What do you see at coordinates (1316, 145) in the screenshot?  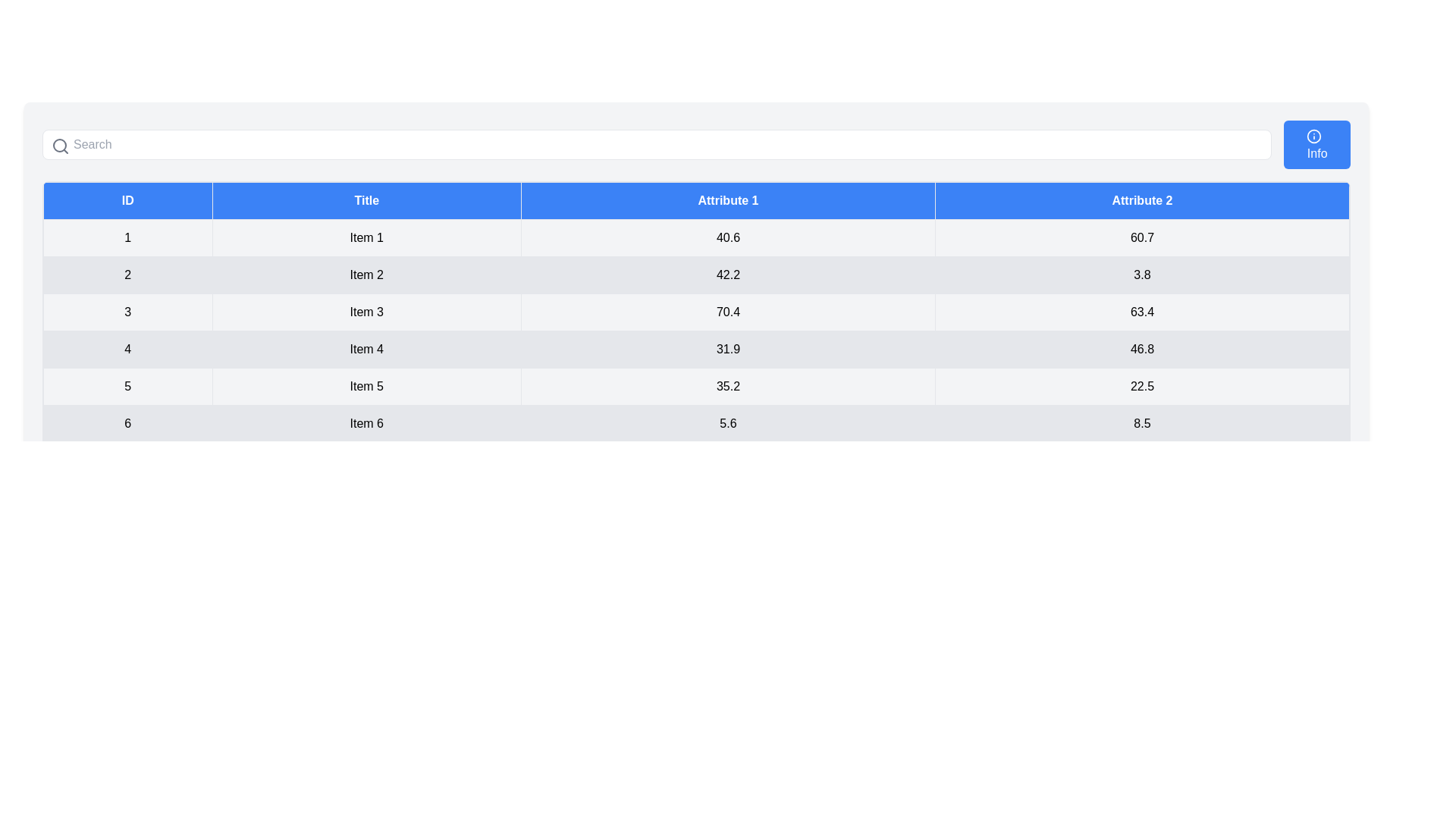 I see `the 'Info' button to view additional information` at bounding box center [1316, 145].